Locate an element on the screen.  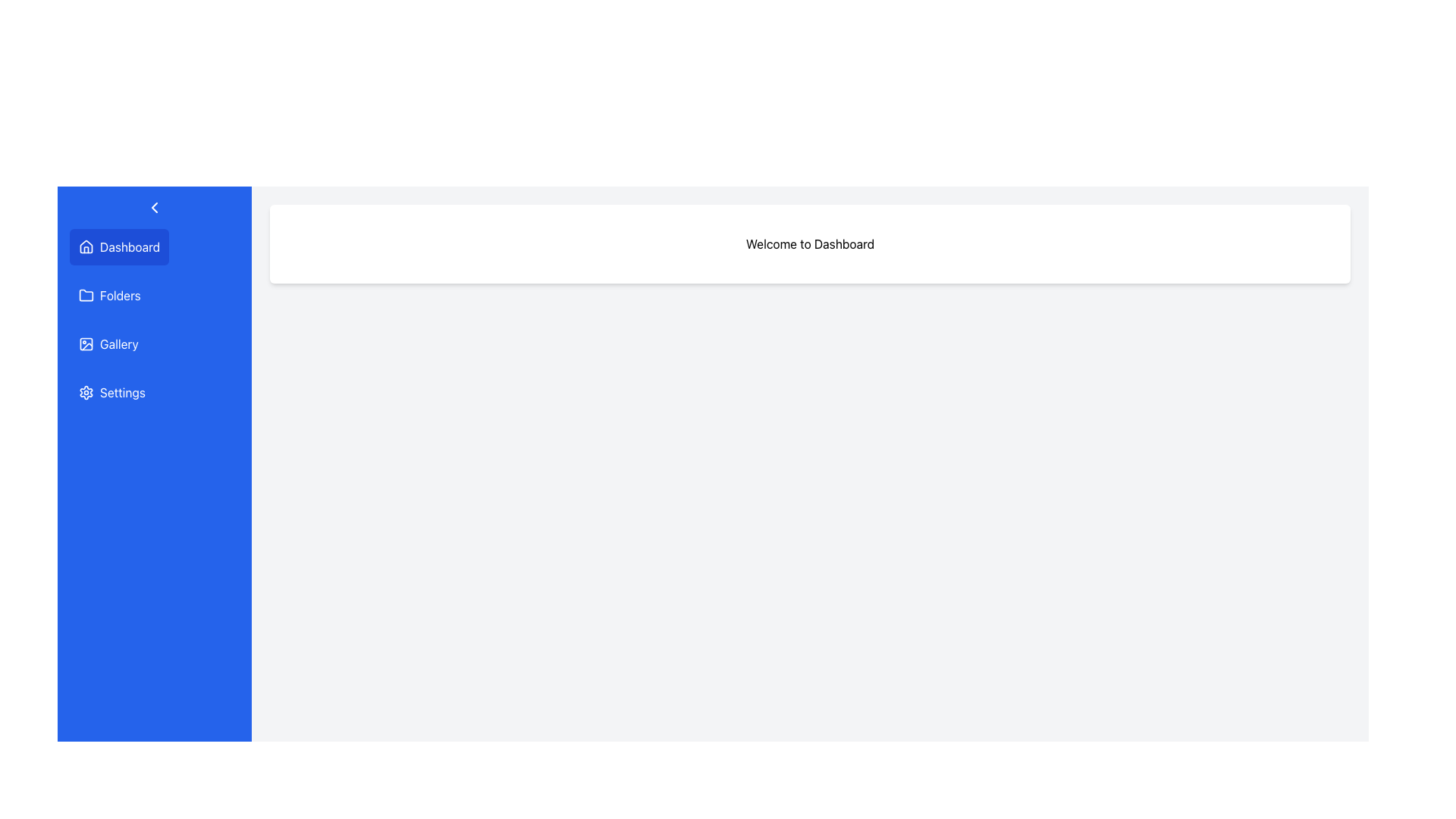
the 'Settings' button, which has a gear icon on a blue background, located below the 'Gallery' element is located at coordinates (111, 391).